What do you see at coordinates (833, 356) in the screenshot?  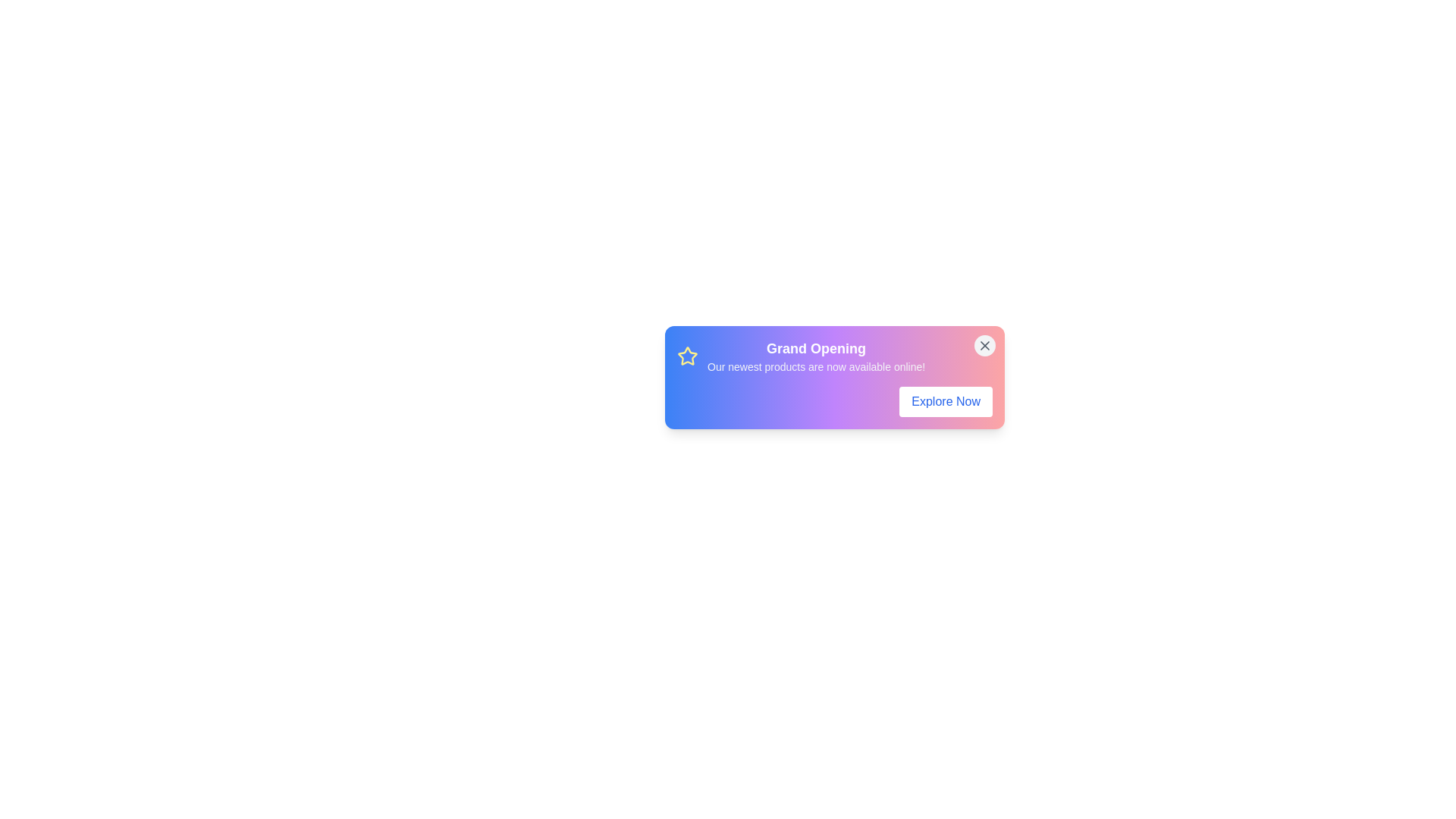 I see `the Informative banner featuring a yellow star icon, the title 'Grand Opening', and the descriptive text 'Our newest products are now available online!', located below the close button and above the 'Explore Now' button` at bounding box center [833, 356].